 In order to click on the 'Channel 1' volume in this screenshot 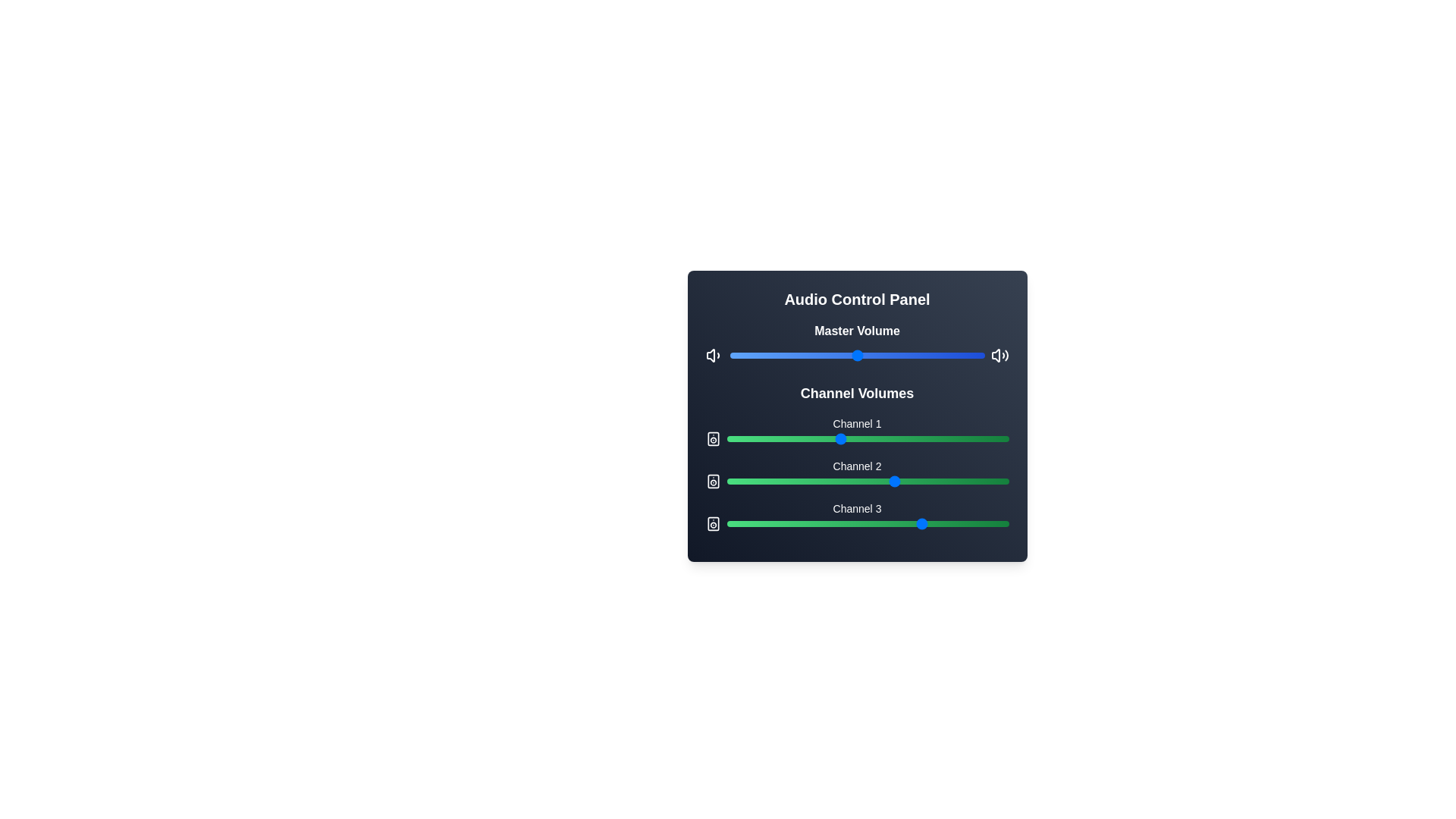, I will do `click(954, 438)`.